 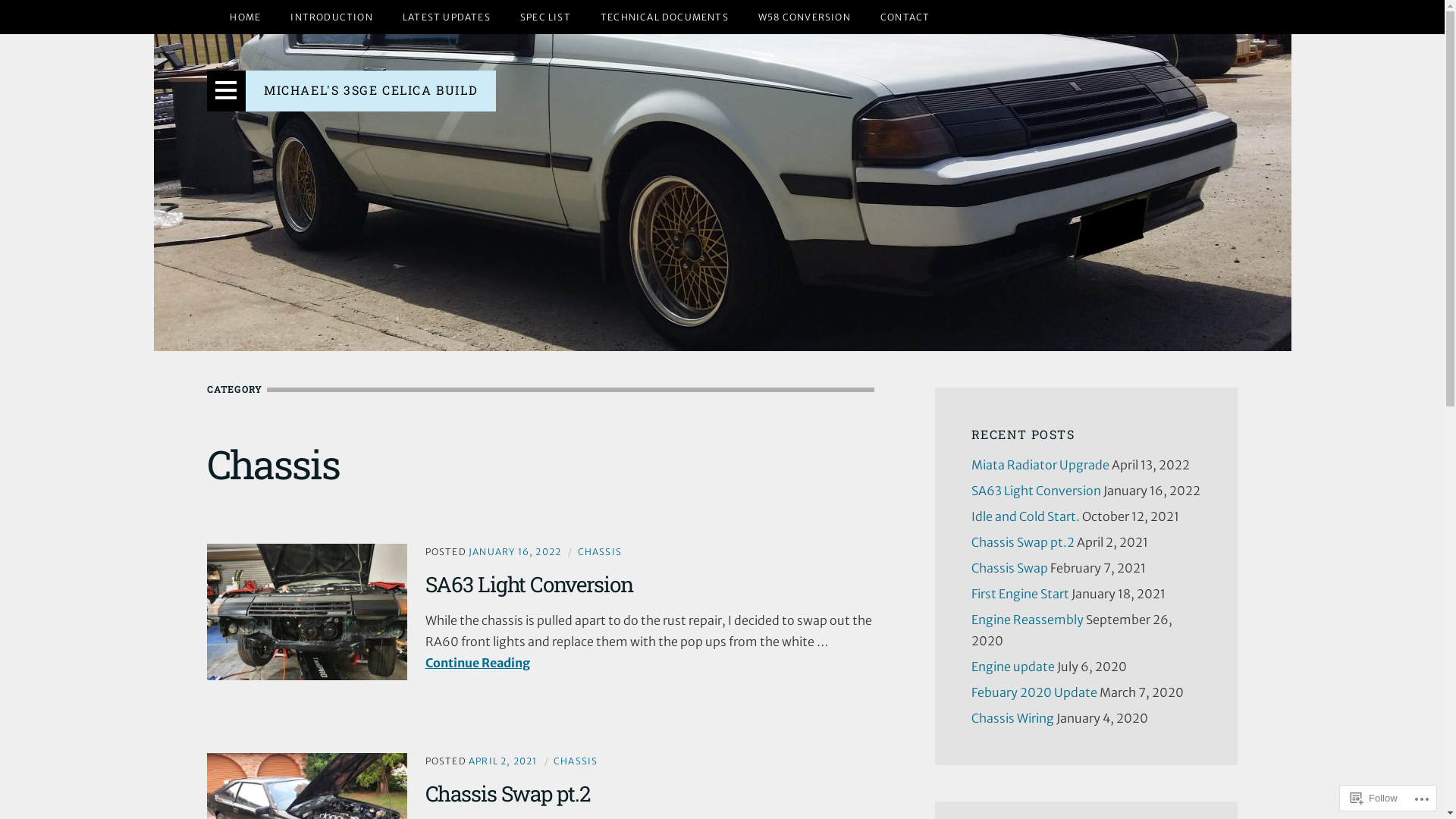 What do you see at coordinates (971, 593) in the screenshot?
I see `'First Engine Start'` at bounding box center [971, 593].